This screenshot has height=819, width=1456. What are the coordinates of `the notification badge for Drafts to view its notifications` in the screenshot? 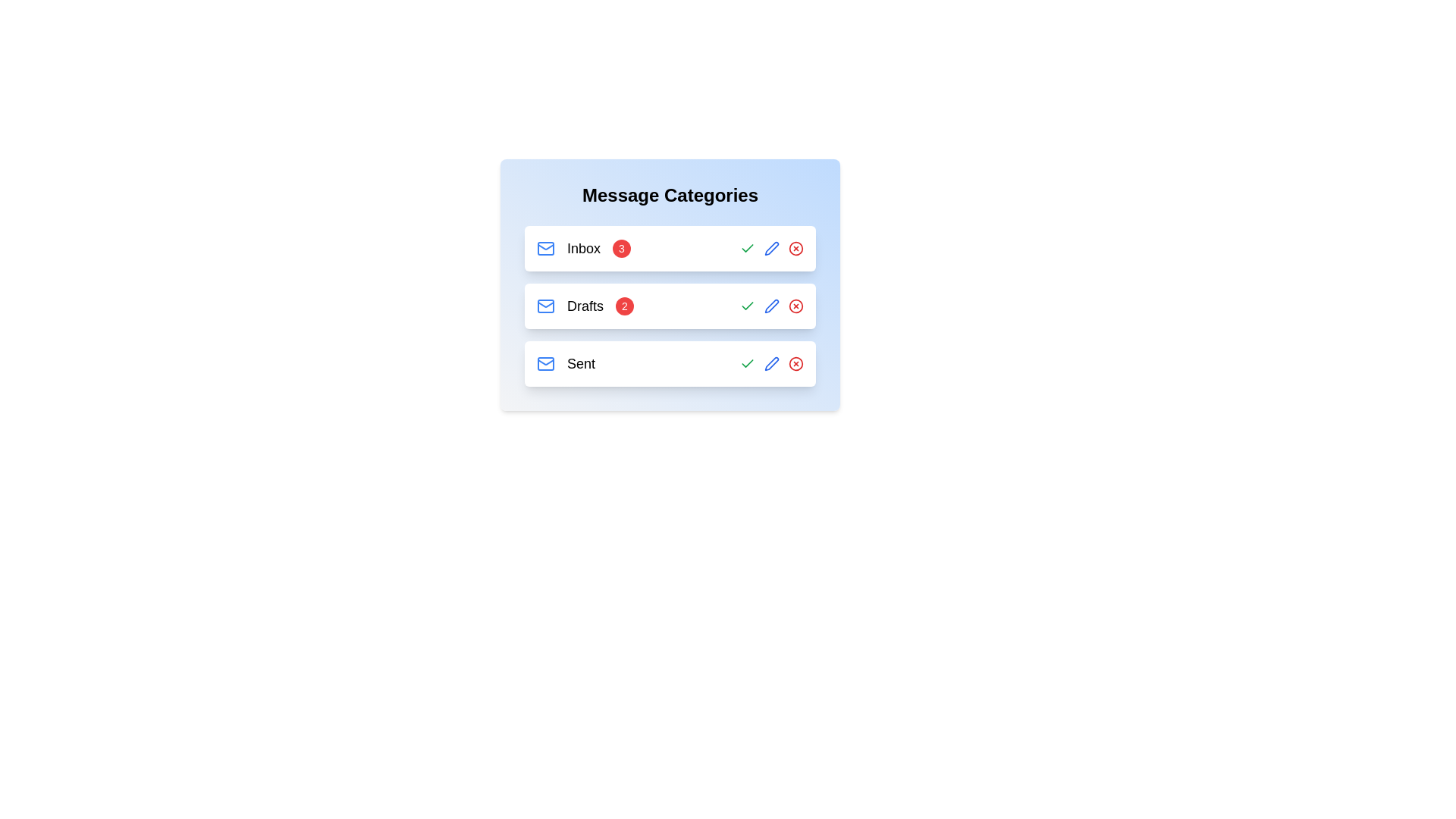 It's located at (624, 306).